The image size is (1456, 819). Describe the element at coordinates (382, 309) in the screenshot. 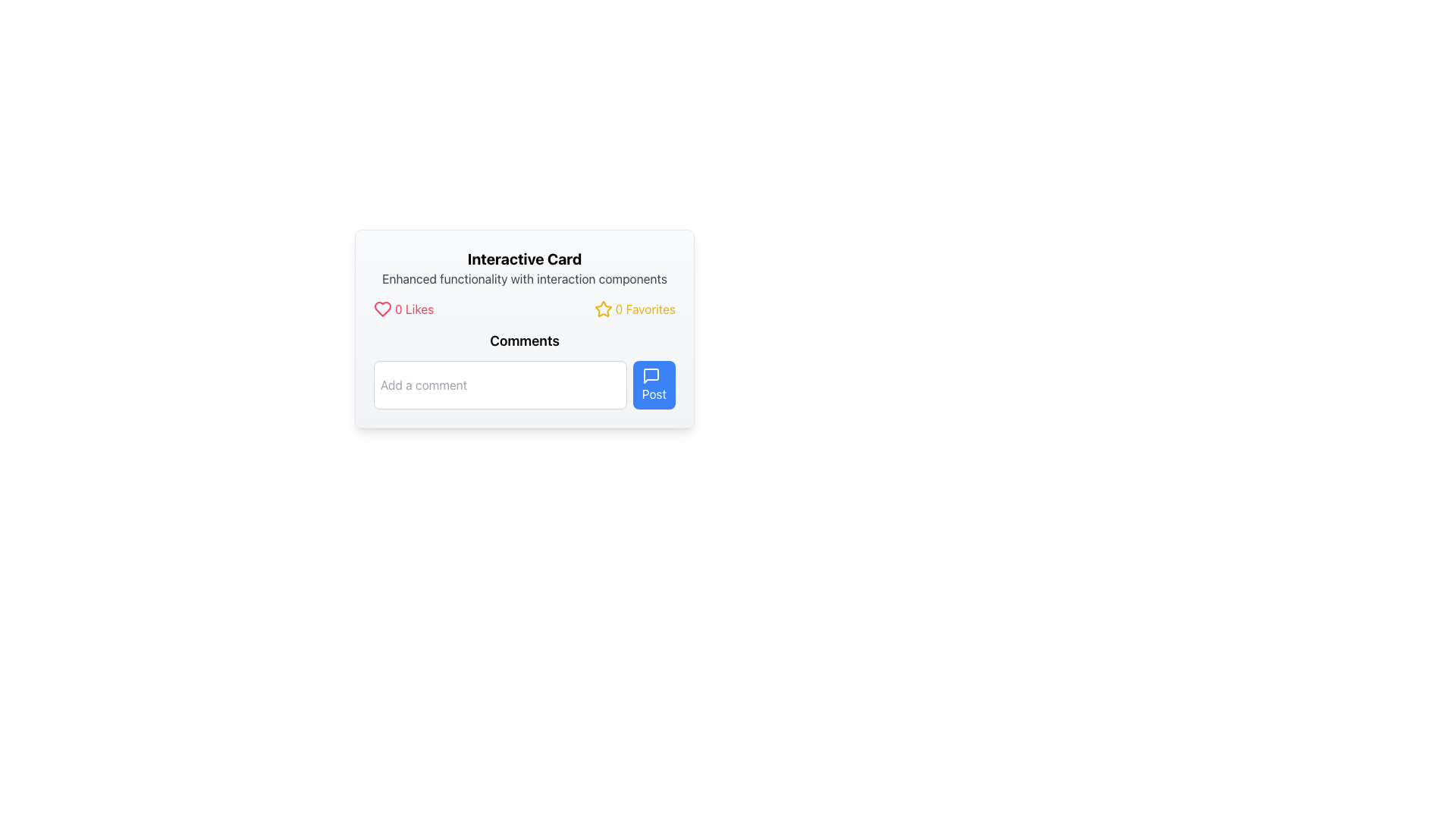

I see `the heart-shaped red icon located to the left of the '0 Likes' text within the interactive card interface` at that location.